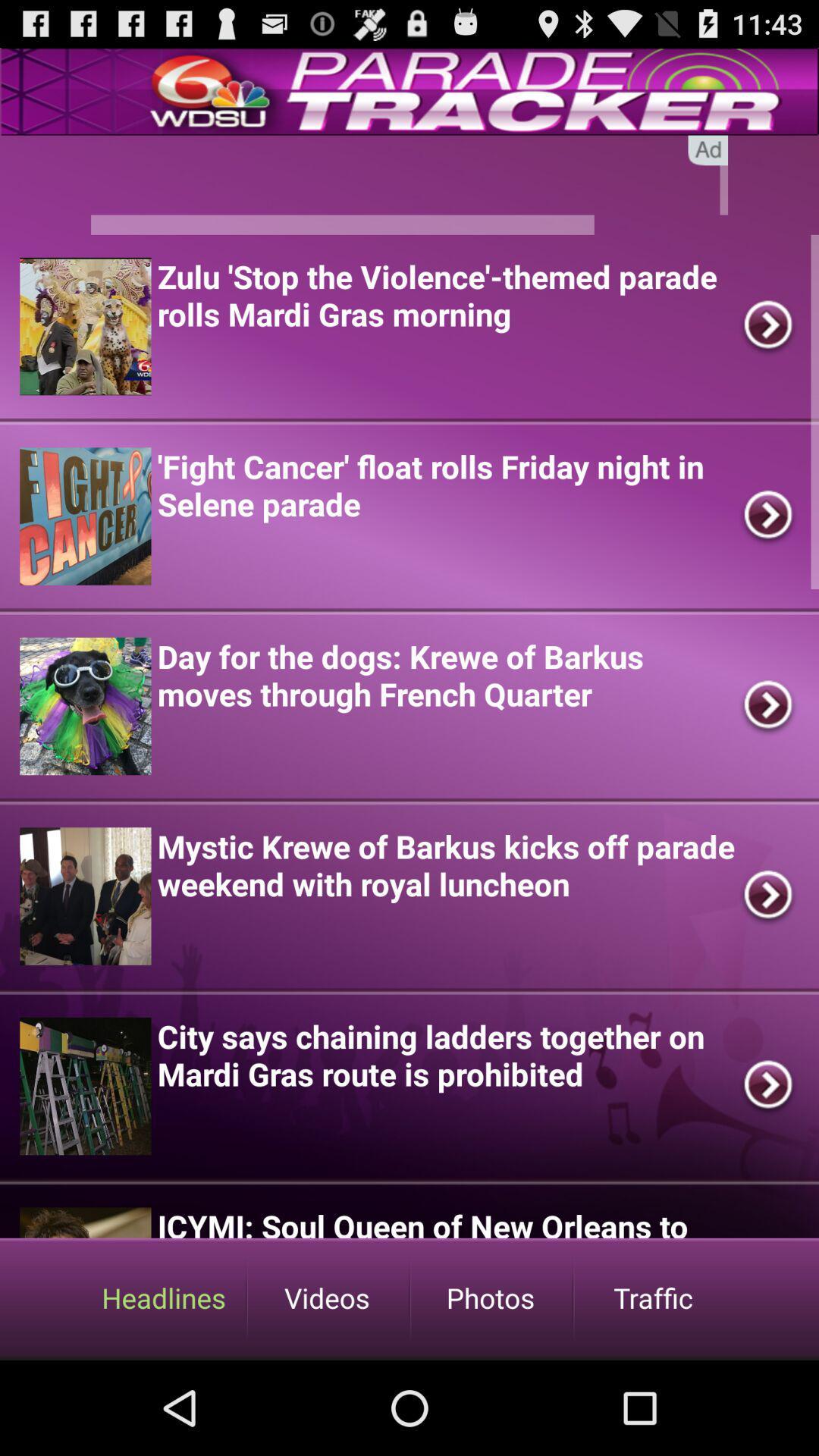 The height and width of the screenshot is (1456, 819). Describe the element at coordinates (85, 705) in the screenshot. I see `the third image` at that location.